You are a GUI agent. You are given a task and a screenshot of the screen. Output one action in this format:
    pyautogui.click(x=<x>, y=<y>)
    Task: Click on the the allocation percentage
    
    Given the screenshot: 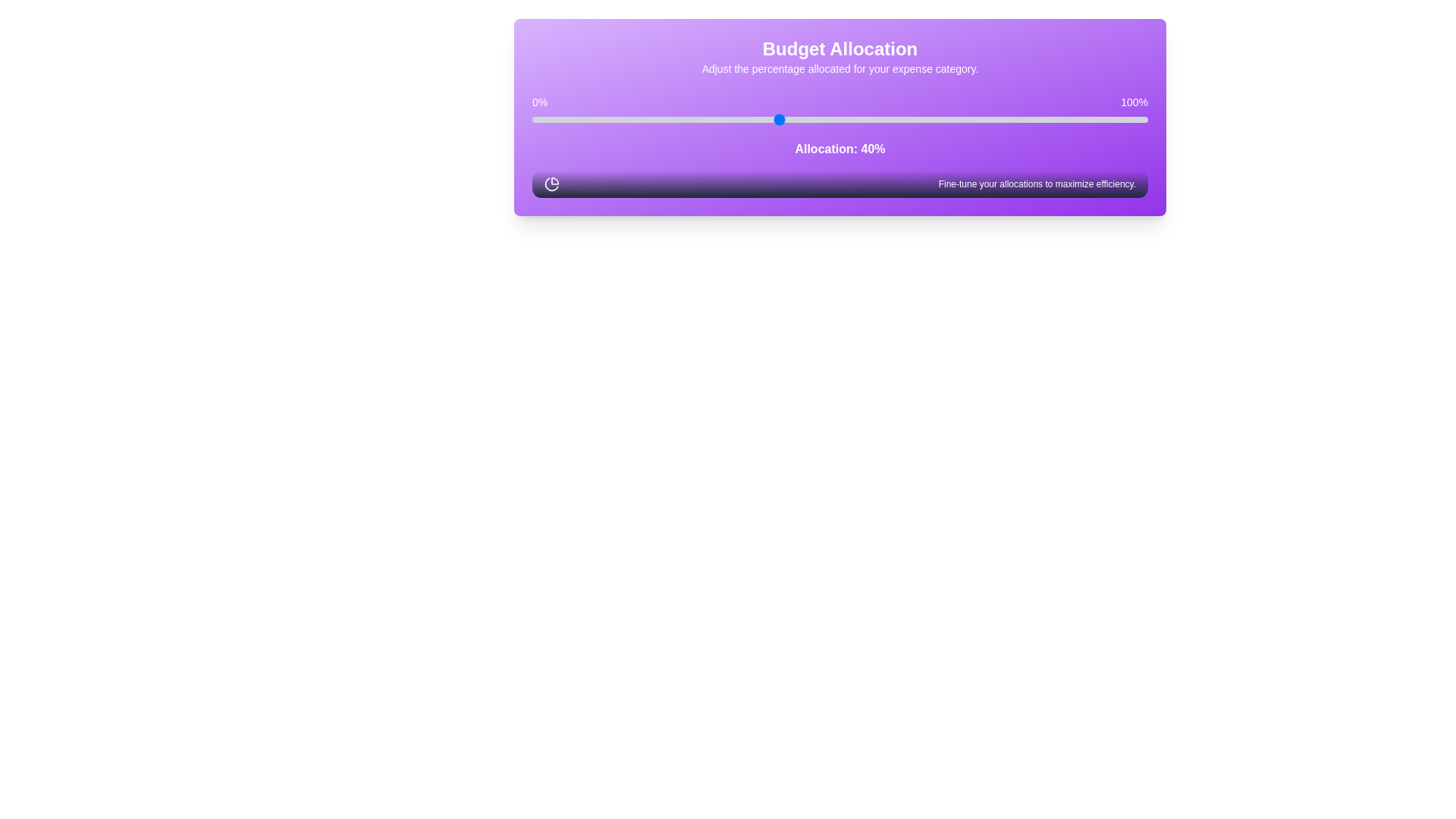 What is the action you would take?
    pyautogui.click(x=1141, y=119)
    